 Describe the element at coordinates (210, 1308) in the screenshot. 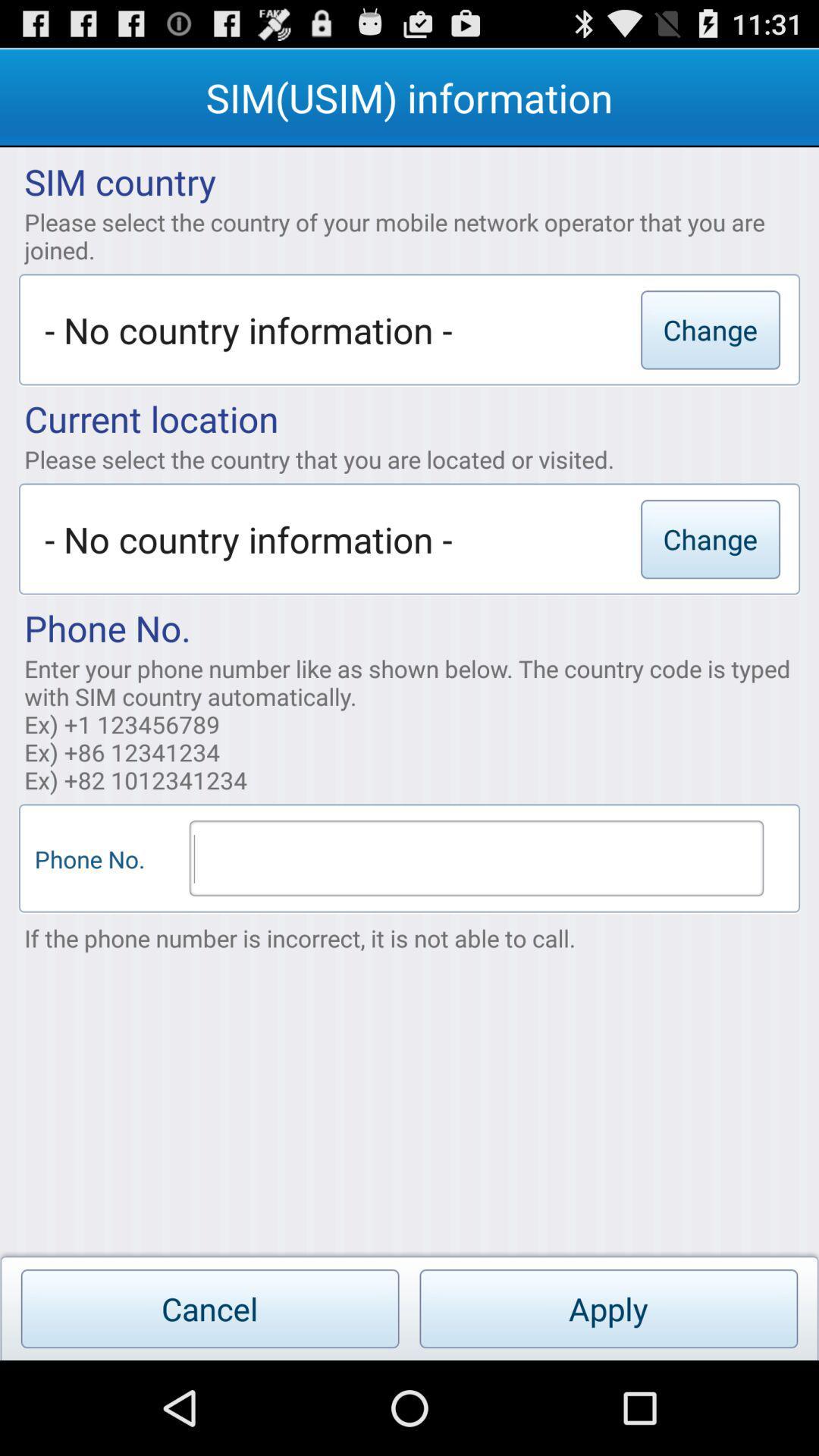

I see `the item next to the apply button` at that location.